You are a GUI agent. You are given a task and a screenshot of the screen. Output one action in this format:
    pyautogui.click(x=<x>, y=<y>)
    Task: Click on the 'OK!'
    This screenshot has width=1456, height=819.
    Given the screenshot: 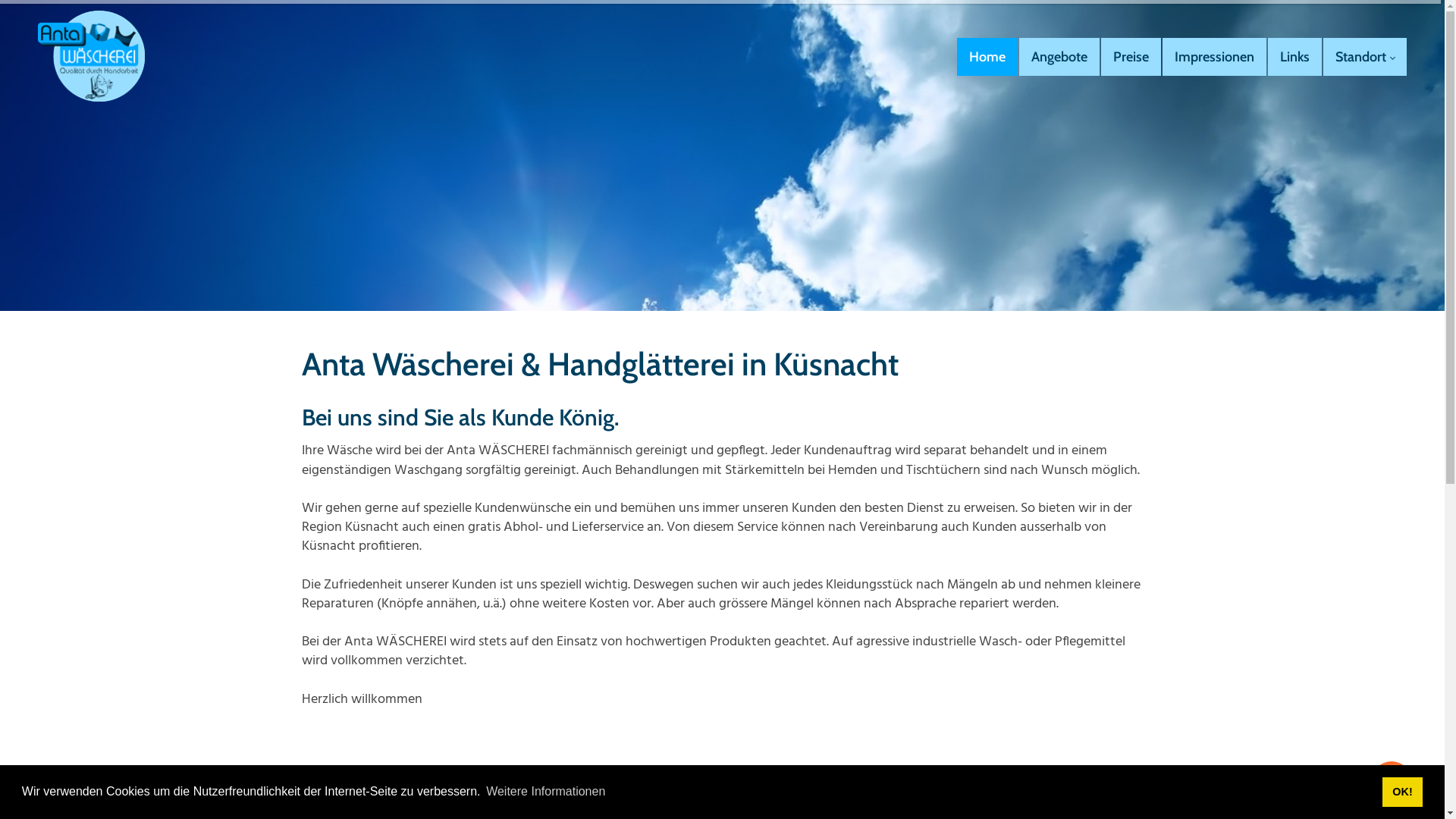 What is the action you would take?
    pyautogui.click(x=1401, y=791)
    